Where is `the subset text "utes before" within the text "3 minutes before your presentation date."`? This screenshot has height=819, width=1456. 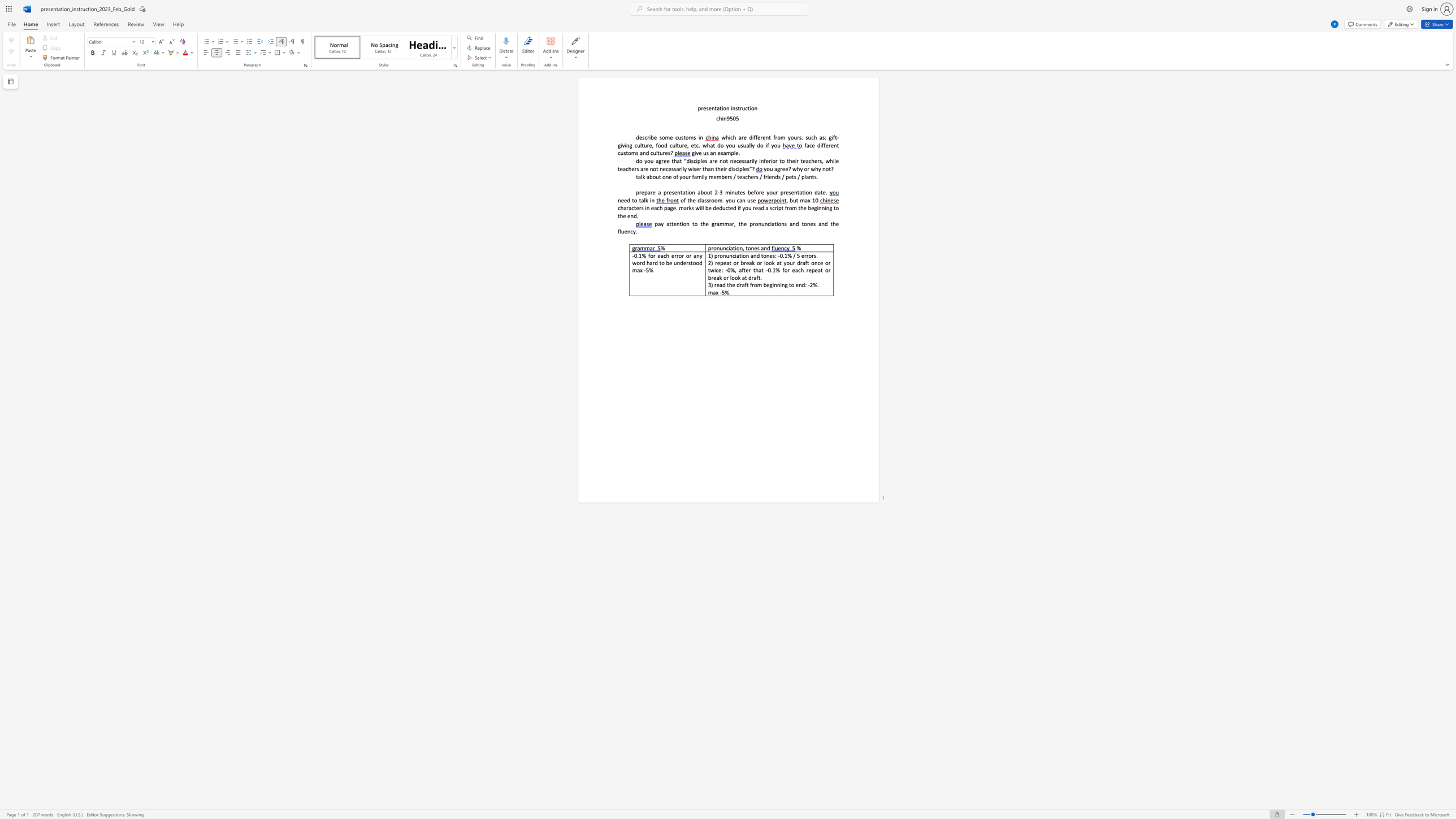
the subset text "utes before" within the text "3 minutes before your presentation date." is located at coordinates (734, 192).